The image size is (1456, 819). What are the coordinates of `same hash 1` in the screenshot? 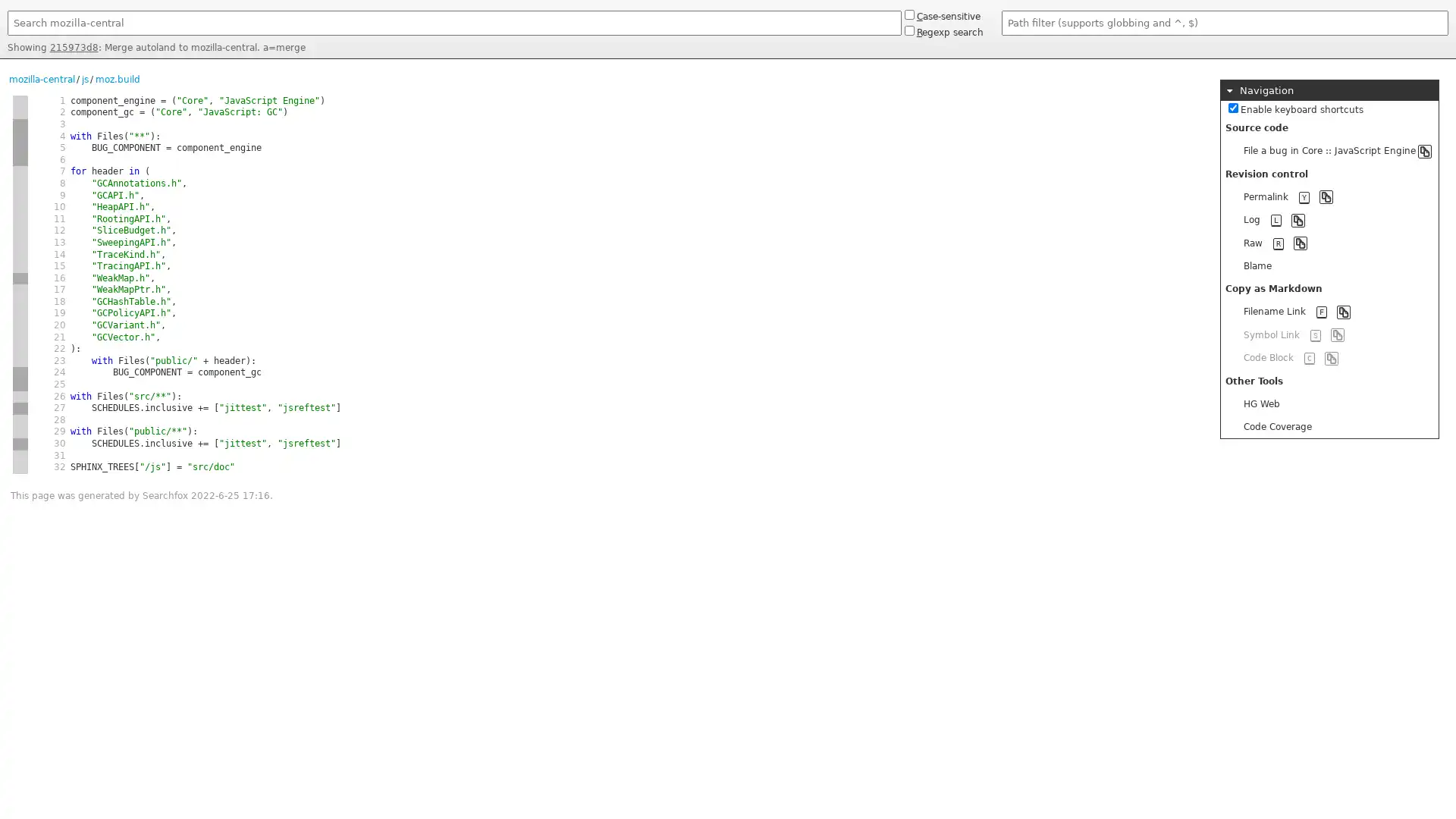 It's located at (20, 325).